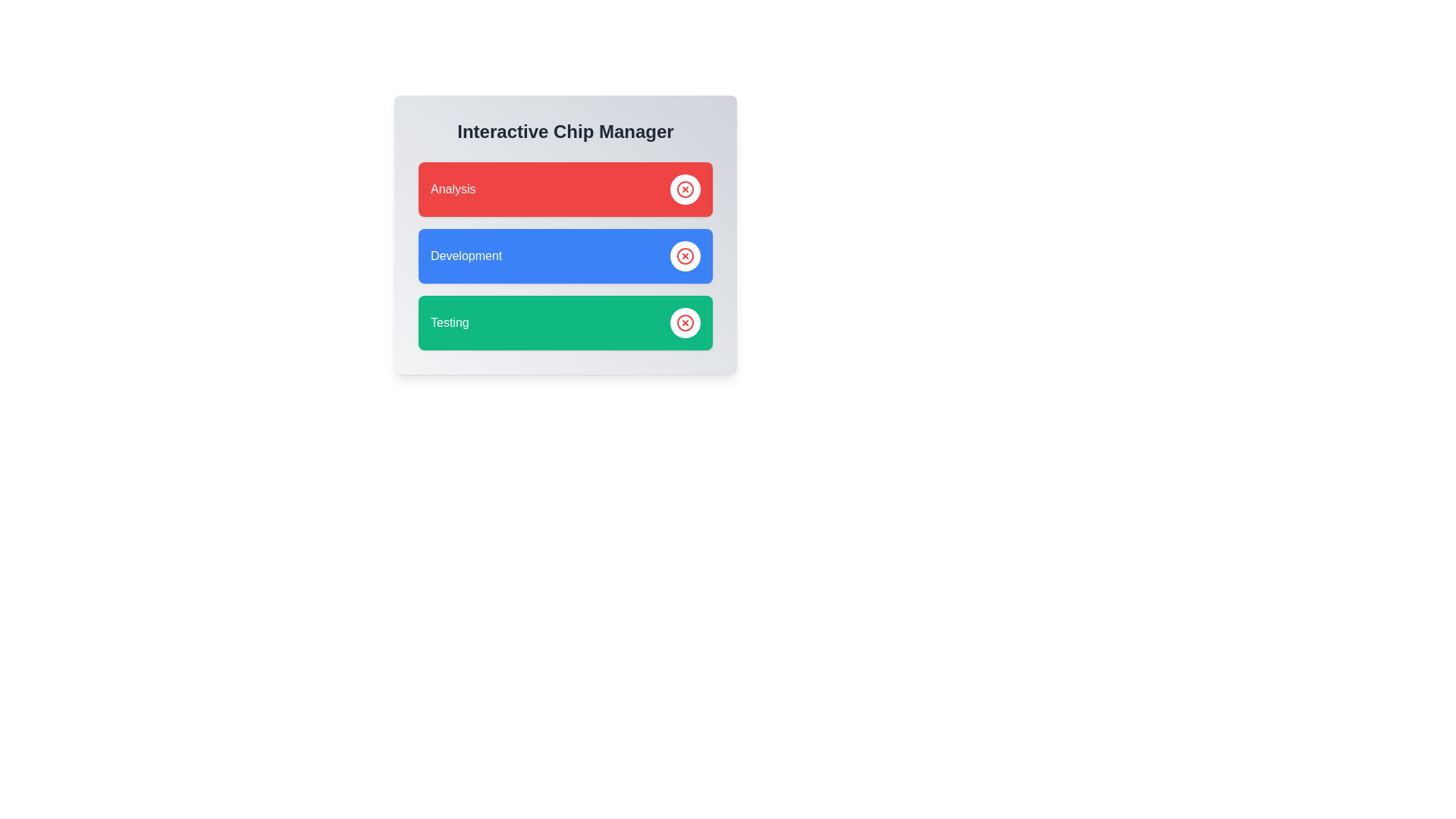  What do you see at coordinates (684, 189) in the screenshot?
I see `the close button of the 'Analysis' chip to remove it` at bounding box center [684, 189].